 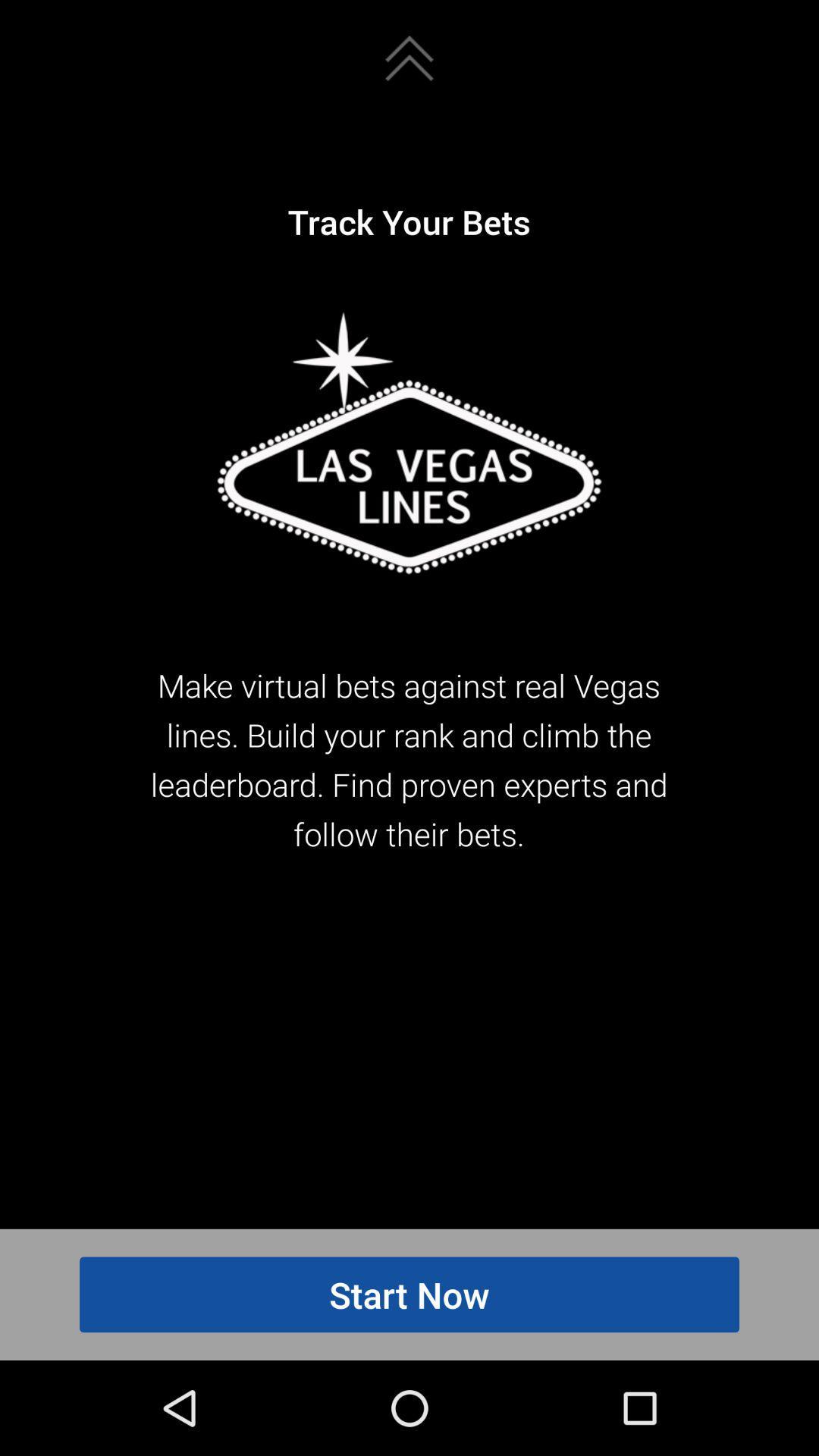 I want to click on icon at the bottom, so click(x=409, y=1294).